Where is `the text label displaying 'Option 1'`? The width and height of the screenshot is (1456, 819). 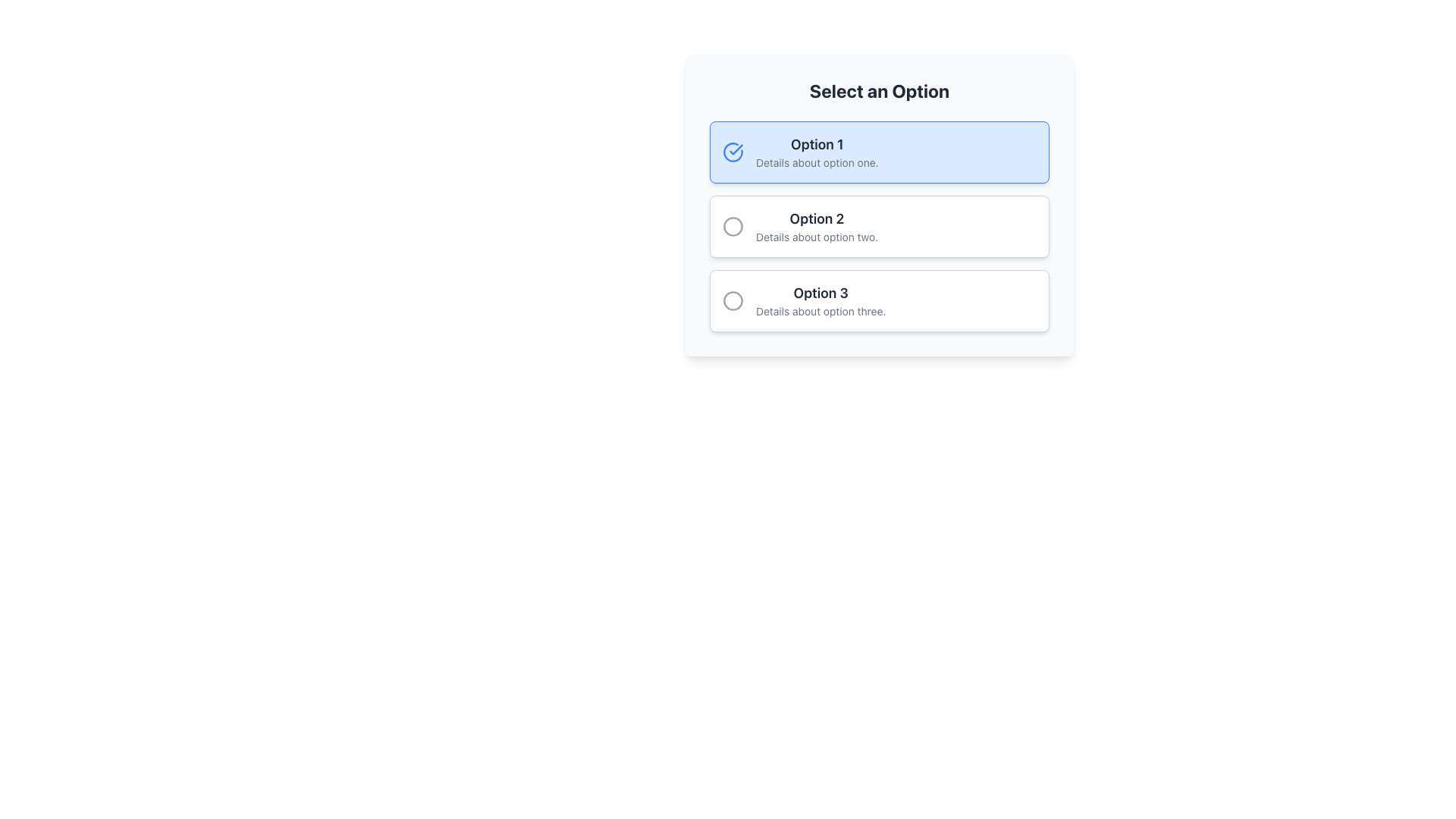
the text label displaying 'Option 1' is located at coordinates (816, 145).